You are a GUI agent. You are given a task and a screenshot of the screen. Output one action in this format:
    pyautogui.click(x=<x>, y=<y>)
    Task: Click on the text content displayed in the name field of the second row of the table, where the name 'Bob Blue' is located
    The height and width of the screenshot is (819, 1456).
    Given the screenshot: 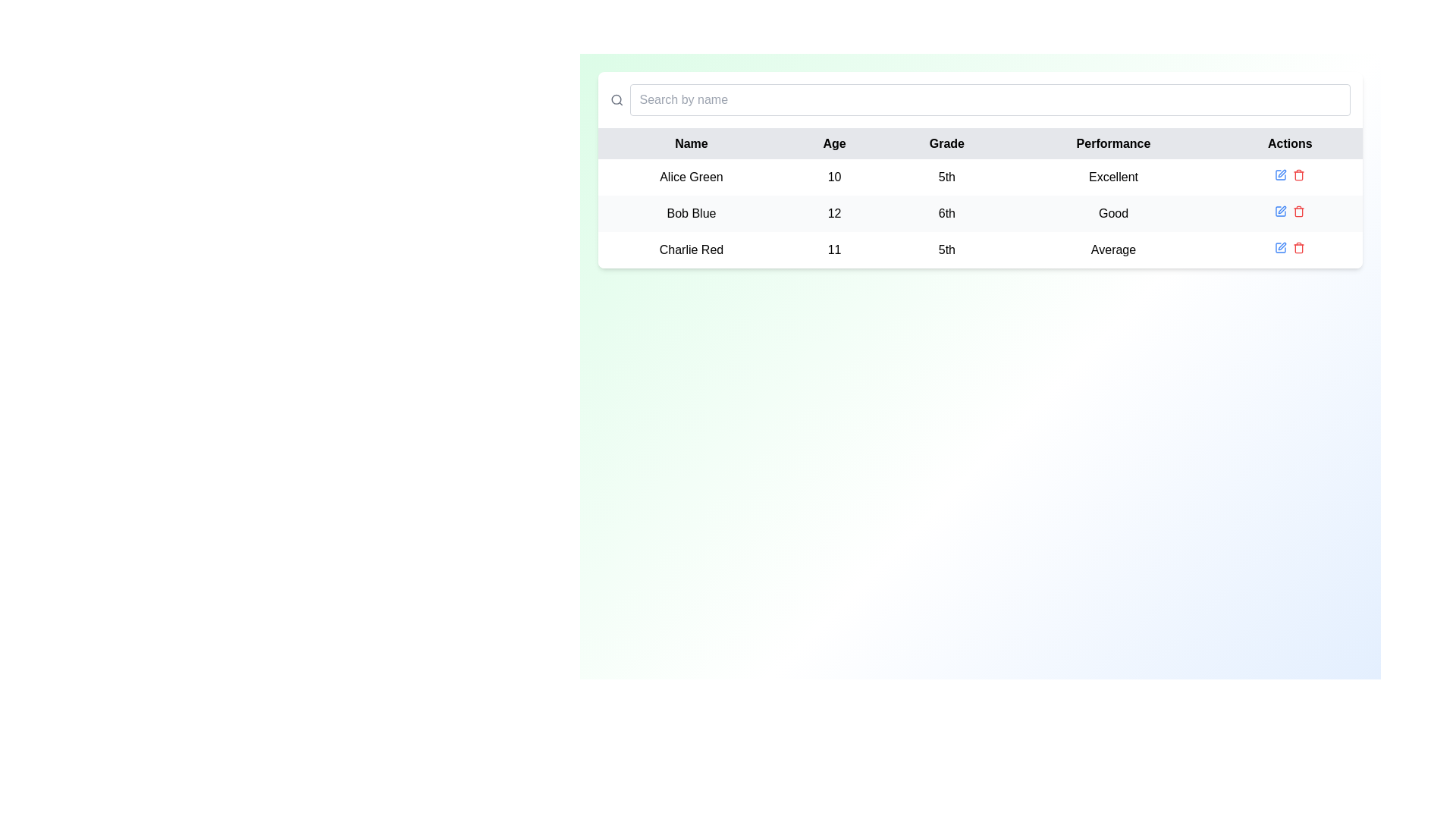 What is the action you would take?
    pyautogui.click(x=691, y=213)
    